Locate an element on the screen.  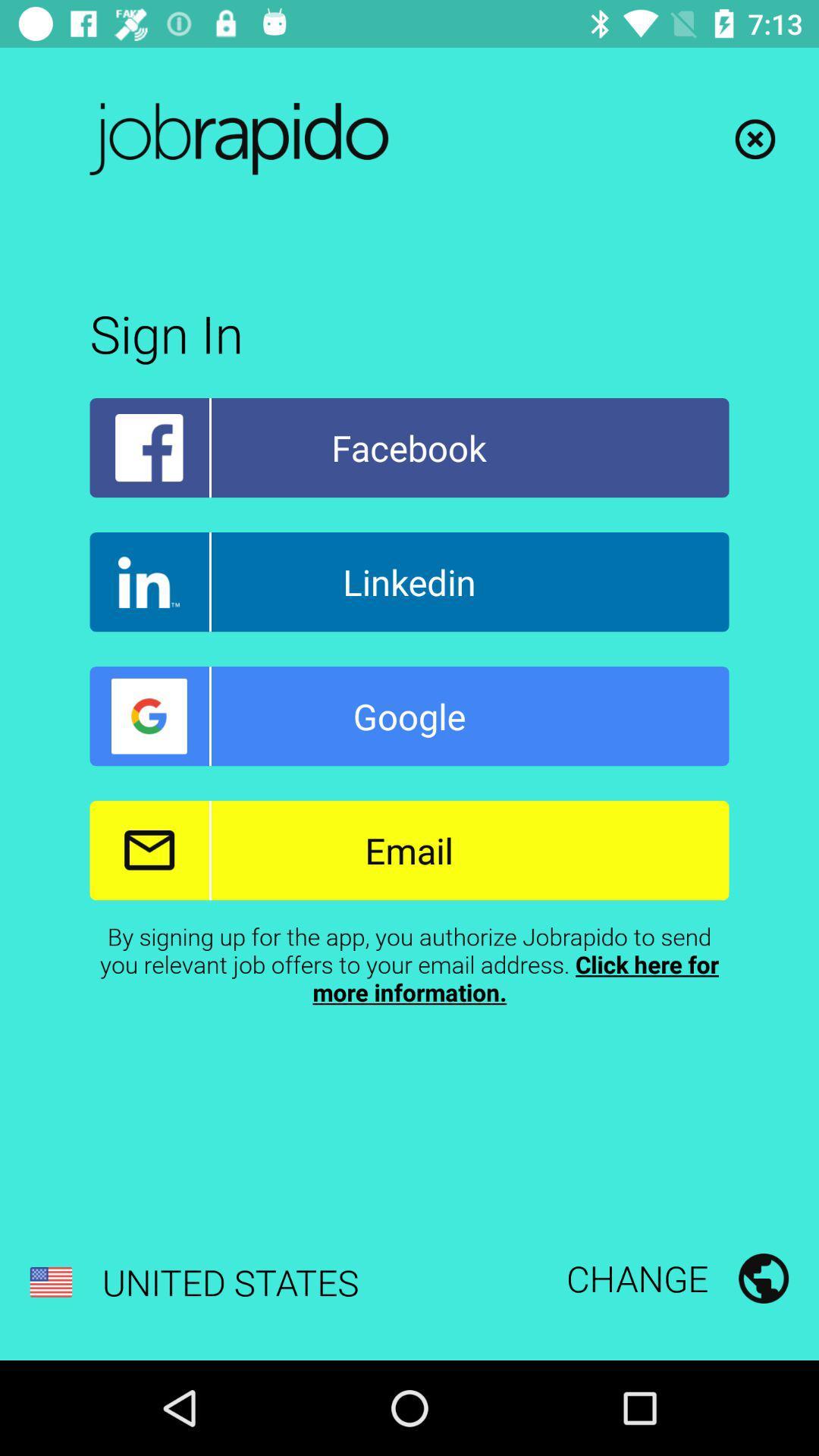
the item above the change icon is located at coordinates (409, 963).